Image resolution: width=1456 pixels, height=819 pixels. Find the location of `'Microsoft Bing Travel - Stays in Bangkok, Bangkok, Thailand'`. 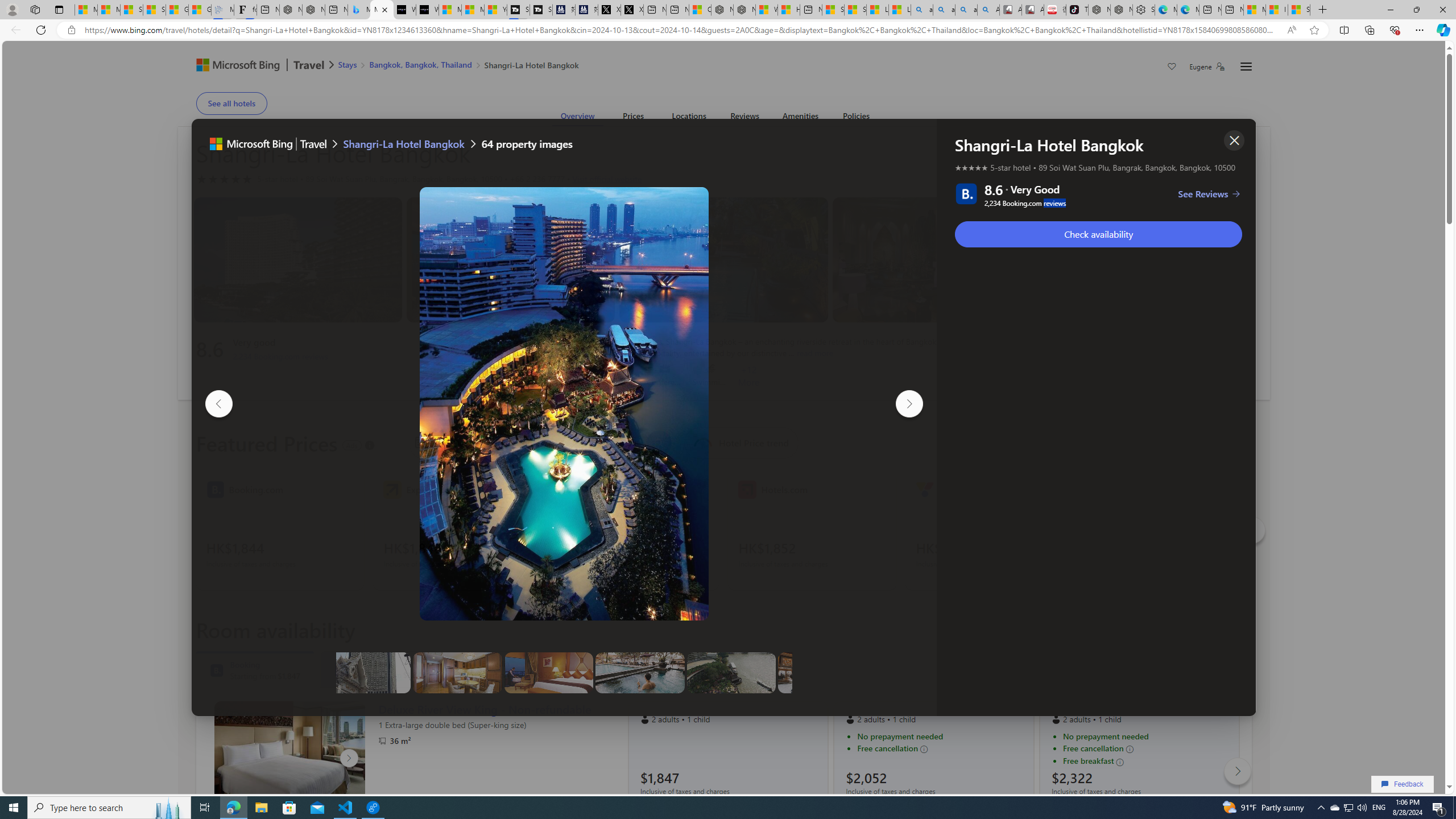

'Microsoft Bing Travel - Stays in Bangkok, Bangkok, Thailand' is located at coordinates (359, 9).